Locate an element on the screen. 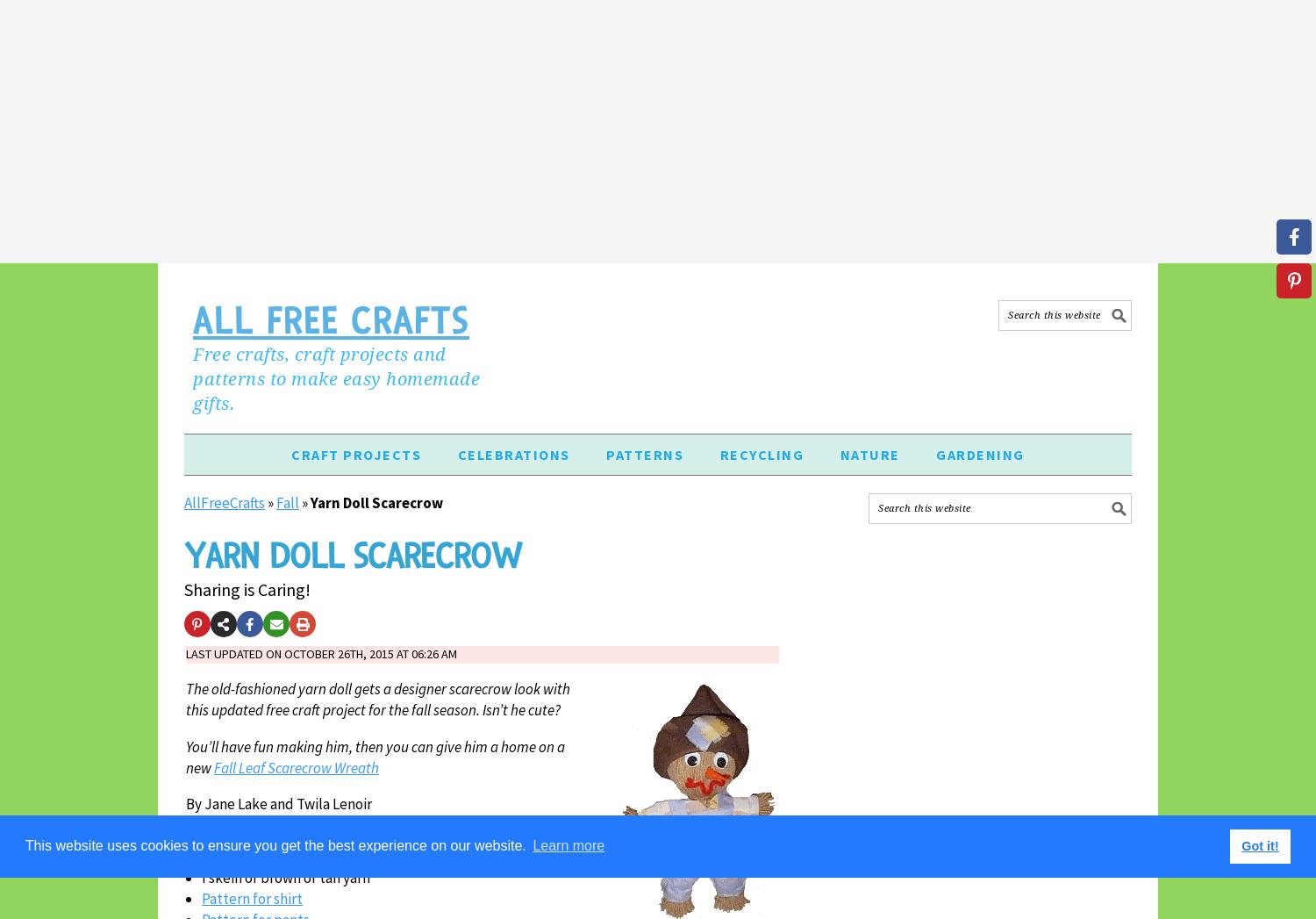 Image resolution: width=1316 pixels, height=919 pixels. 'All Free Crafts' is located at coordinates (331, 321).